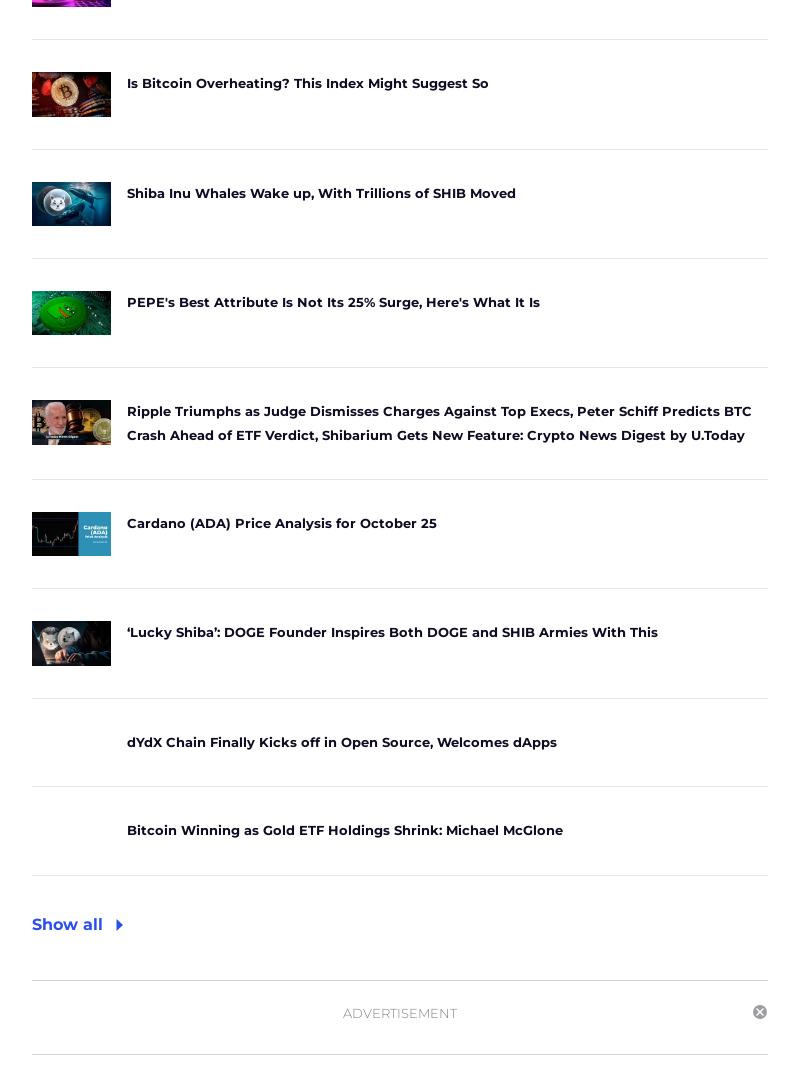  I want to click on '‘Lucky Shiba’: DOGE Founder Inspires Both DOGE and SHIB Armies With This', so click(126, 631).